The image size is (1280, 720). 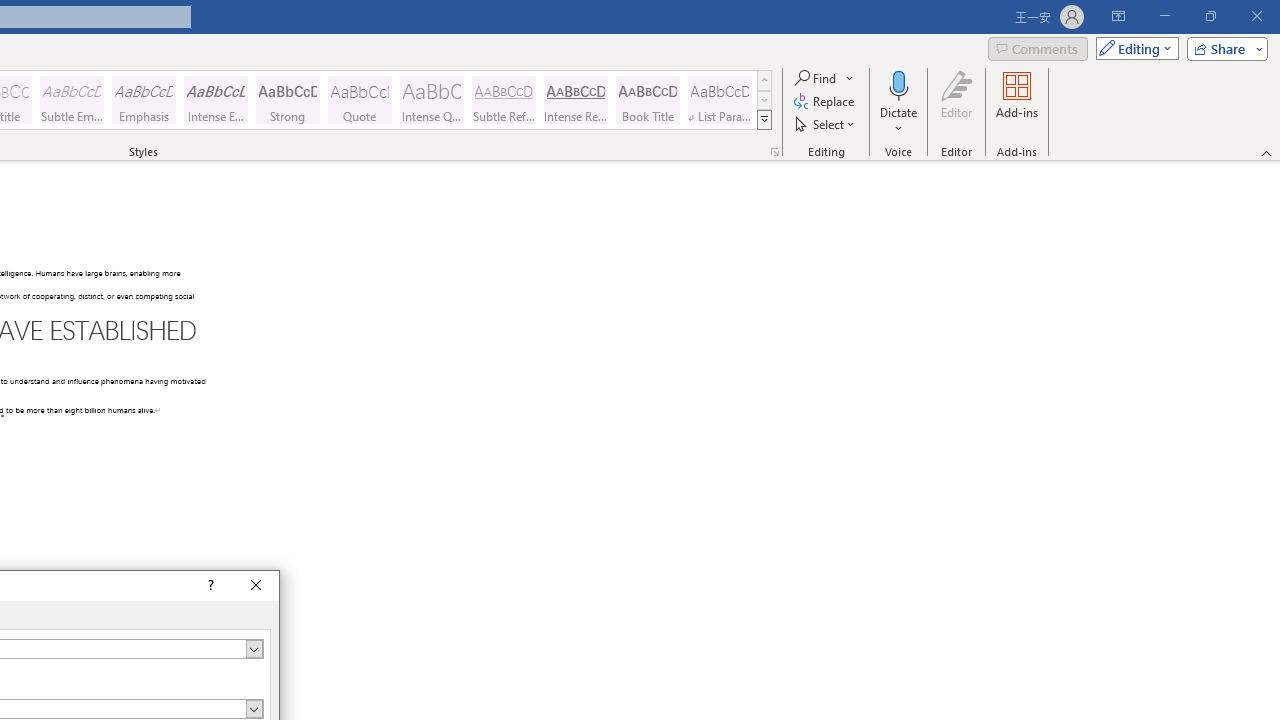 What do you see at coordinates (955, 103) in the screenshot?
I see `'Editor'` at bounding box center [955, 103].